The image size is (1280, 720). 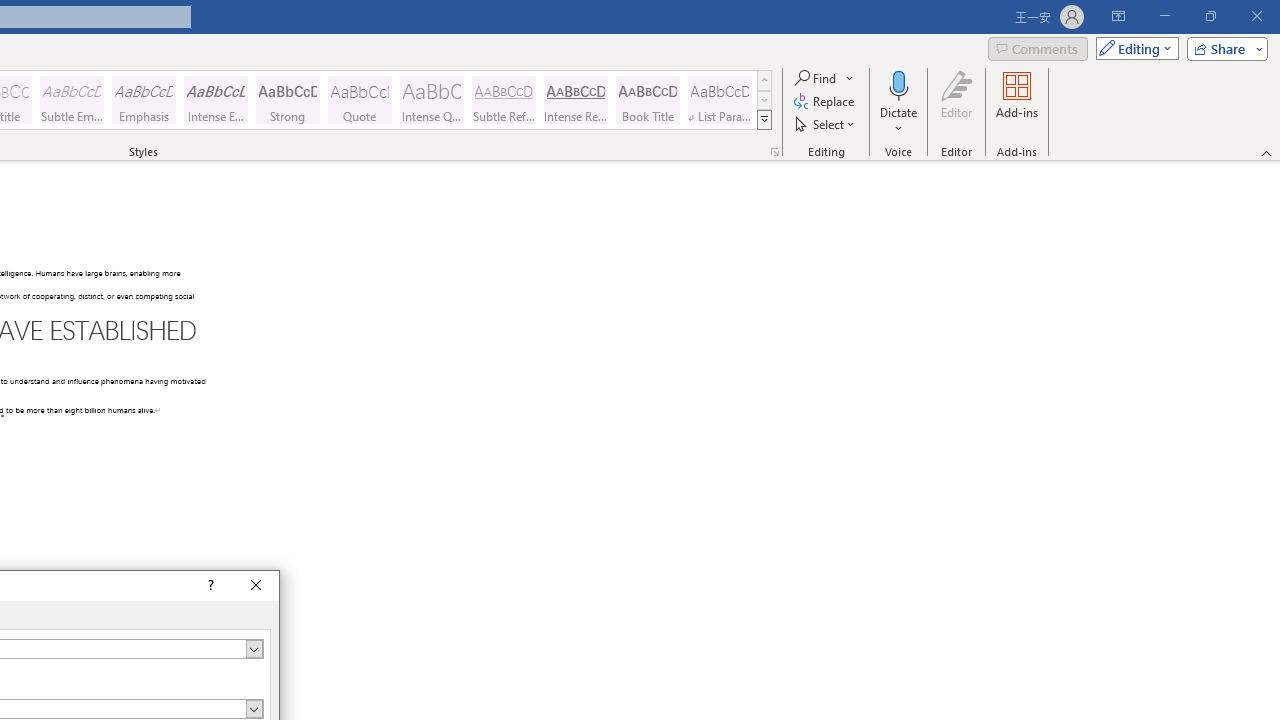 What do you see at coordinates (955, 103) in the screenshot?
I see `'Editor'` at bounding box center [955, 103].